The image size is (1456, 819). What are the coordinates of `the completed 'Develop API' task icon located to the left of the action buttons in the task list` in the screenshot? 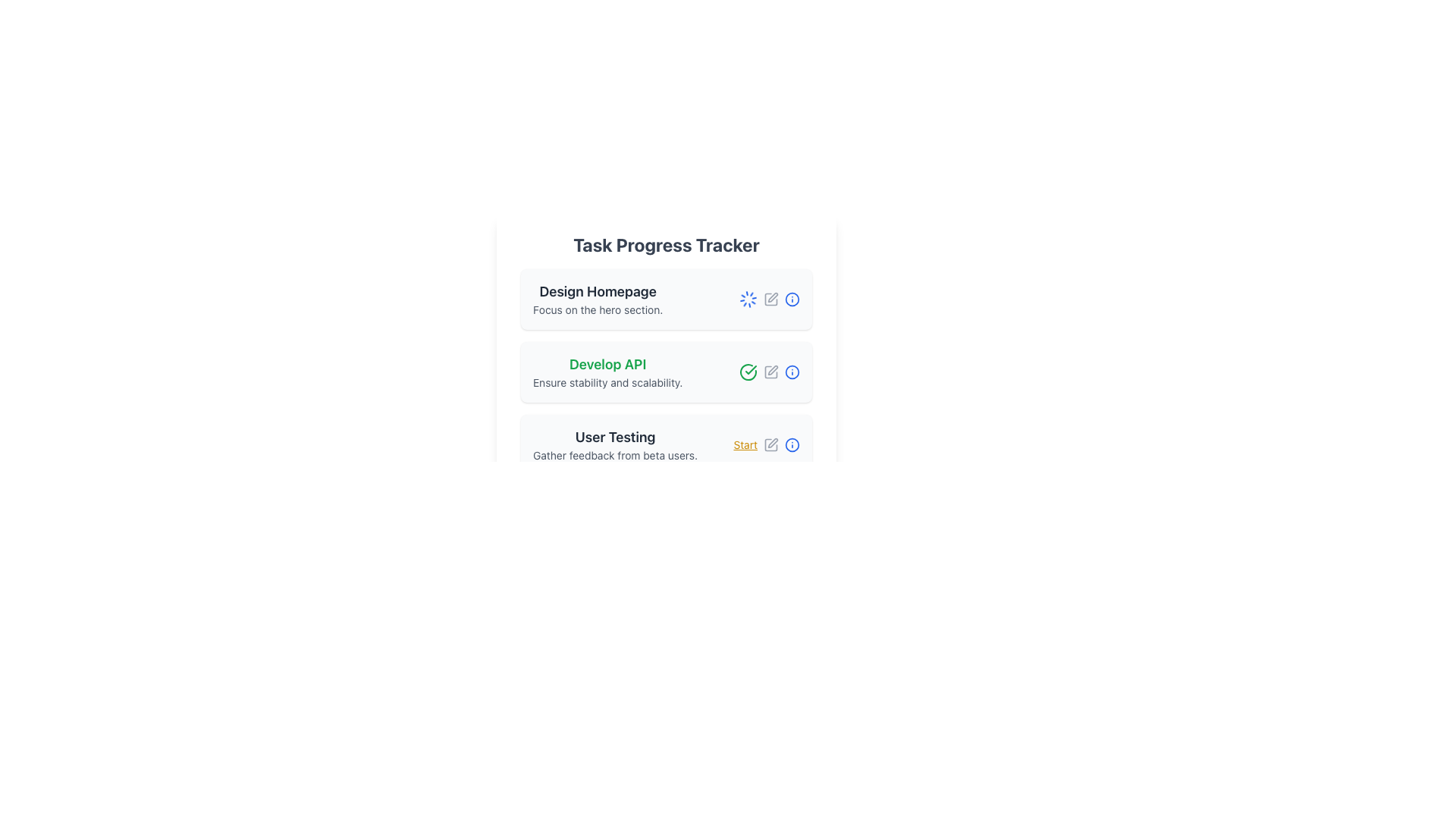 It's located at (748, 372).